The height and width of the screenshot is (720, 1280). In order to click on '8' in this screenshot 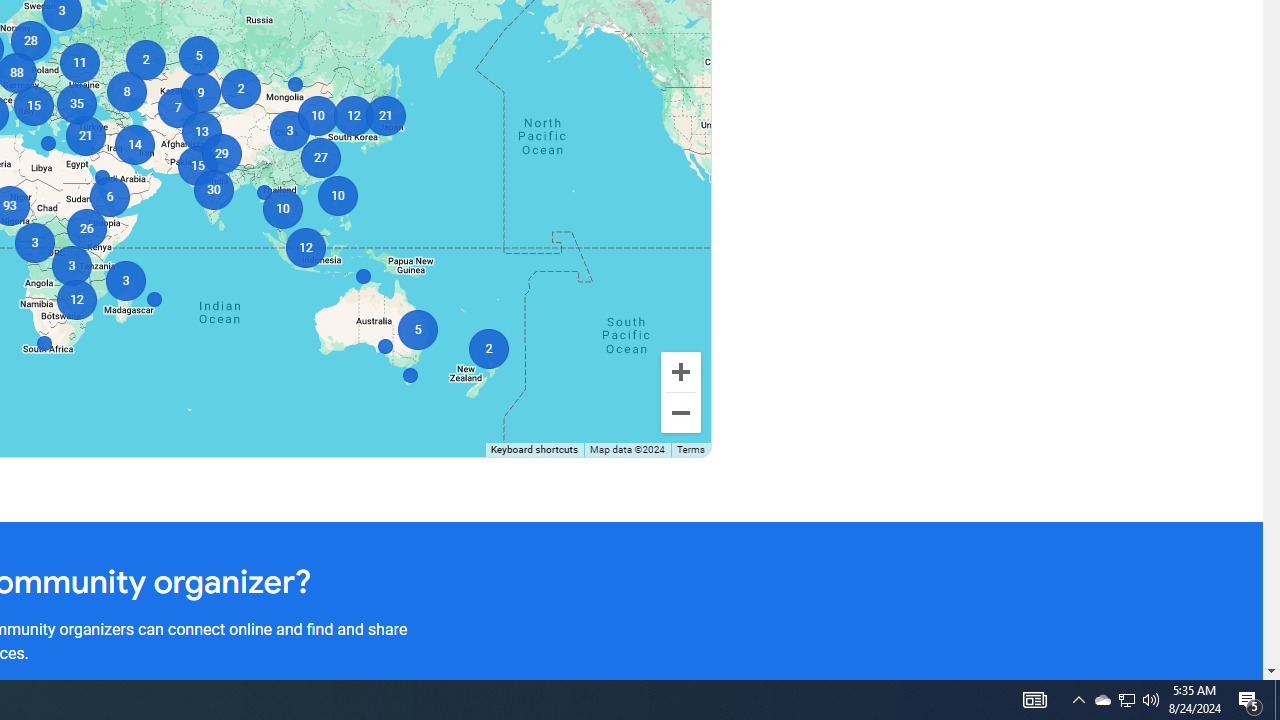, I will do `click(125, 92)`.